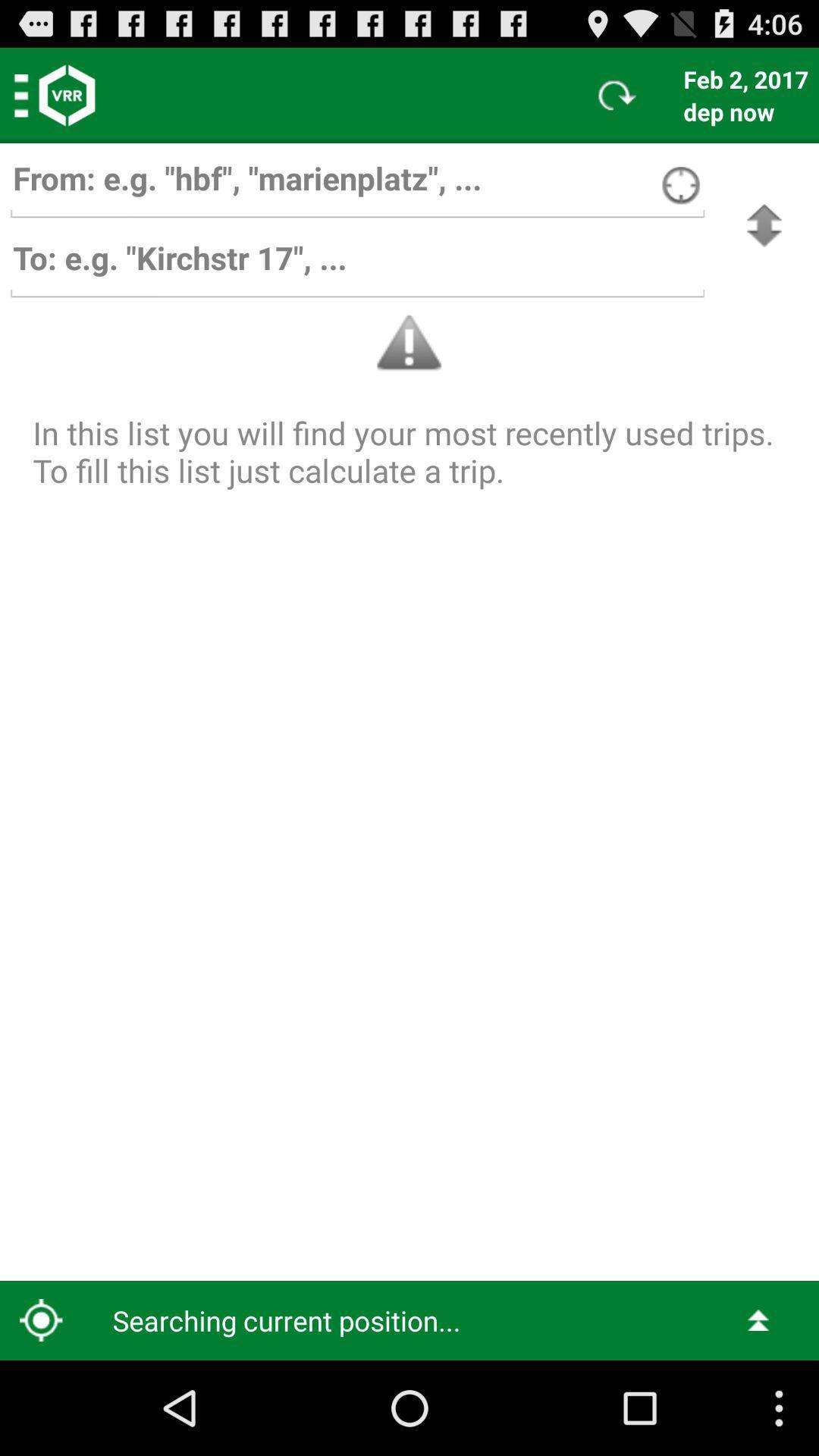 Image resolution: width=819 pixels, height=1456 pixels. What do you see at coordinates (357, 265) in the screenshot?
I see `destination` at bounding box center [357, 265].